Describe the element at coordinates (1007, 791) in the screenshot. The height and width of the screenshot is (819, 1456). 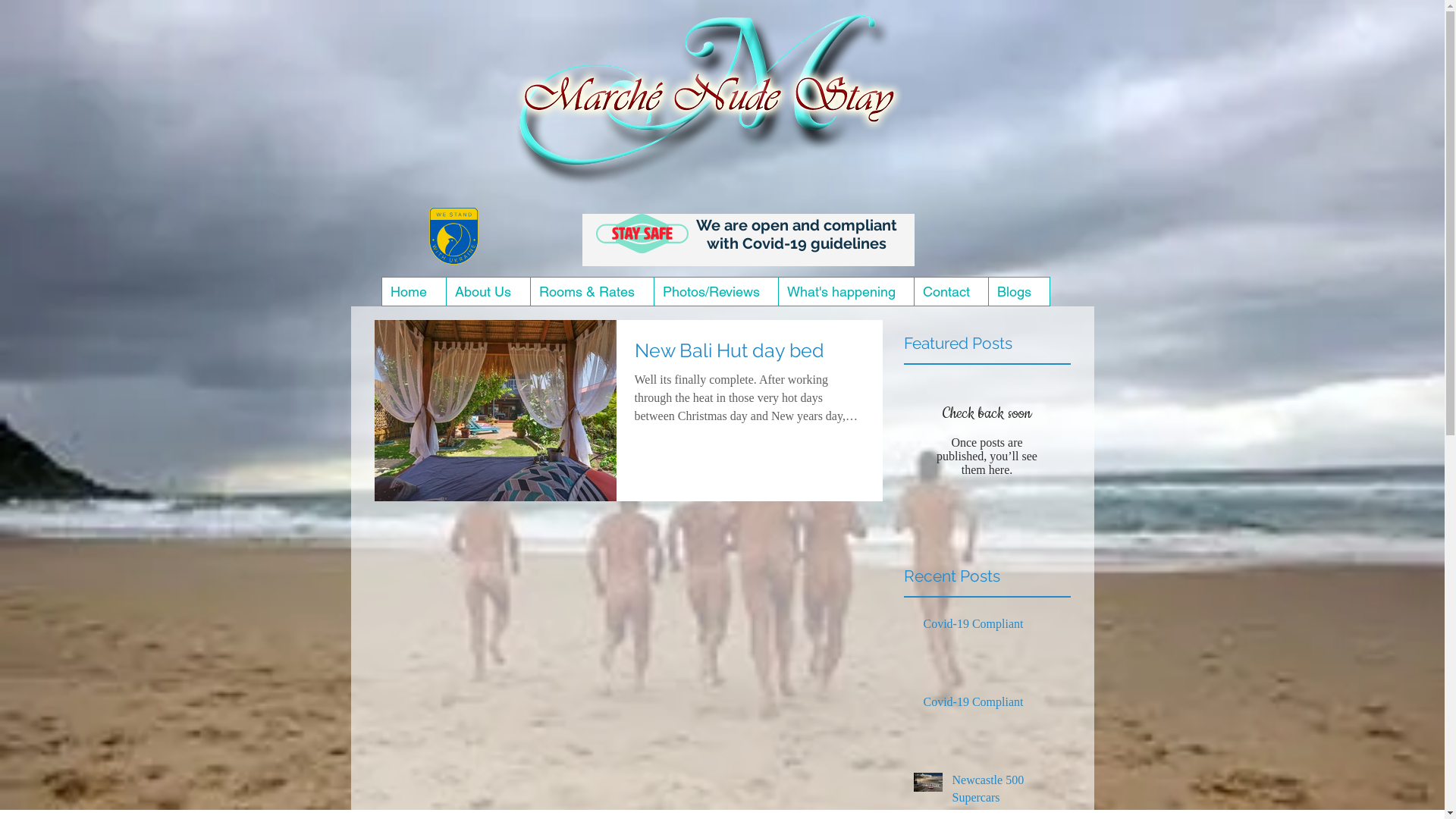
I see `'Newcastle 500 Supercars'` at that location.